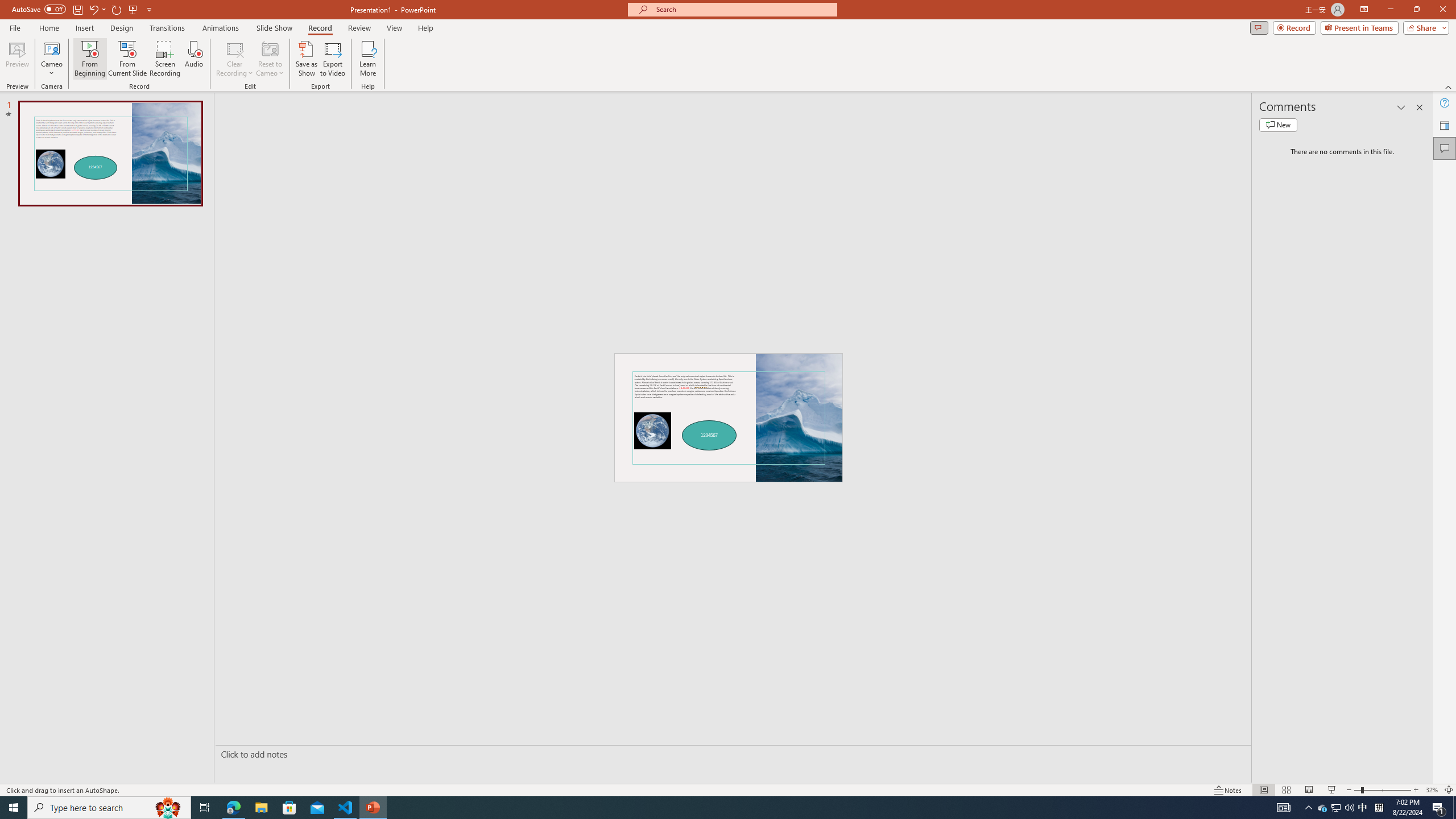  What do you see at coordinates (164, 59) in the screenshot?
I see `'Screen Recording'` at bounding box center [164, 59].